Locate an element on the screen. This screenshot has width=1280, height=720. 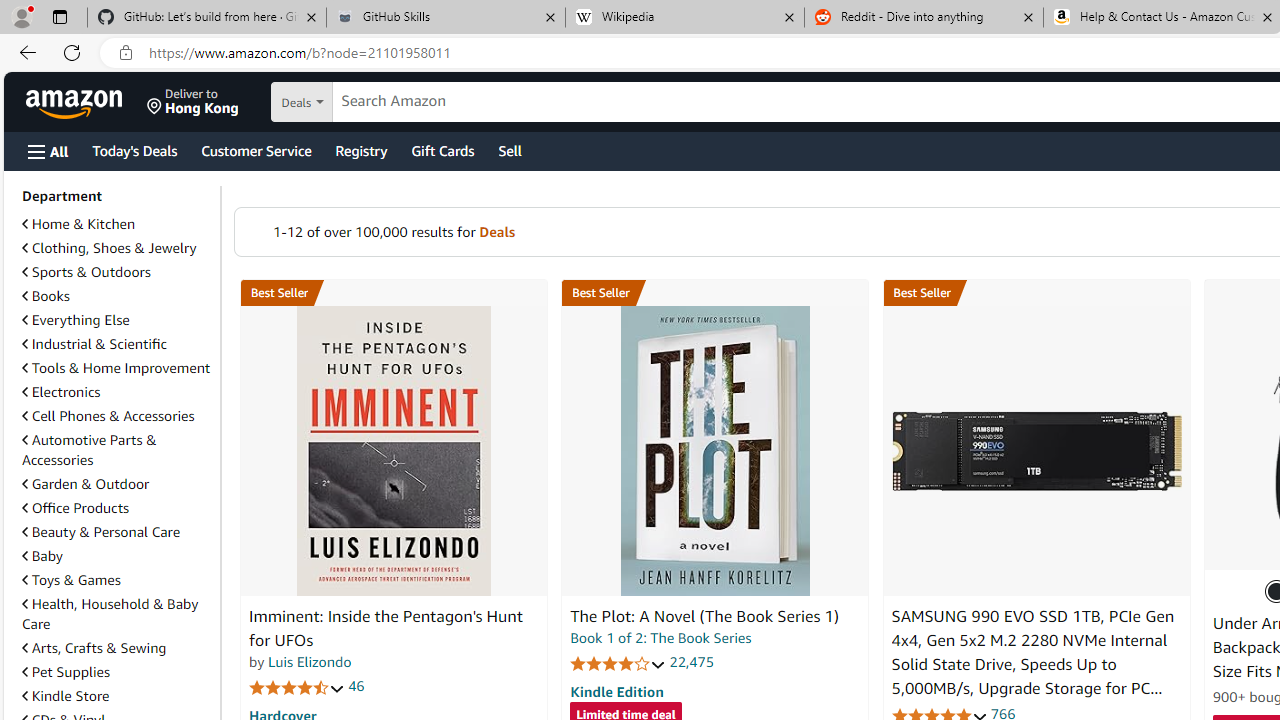
'Back' is located at coordinates (24, 51).